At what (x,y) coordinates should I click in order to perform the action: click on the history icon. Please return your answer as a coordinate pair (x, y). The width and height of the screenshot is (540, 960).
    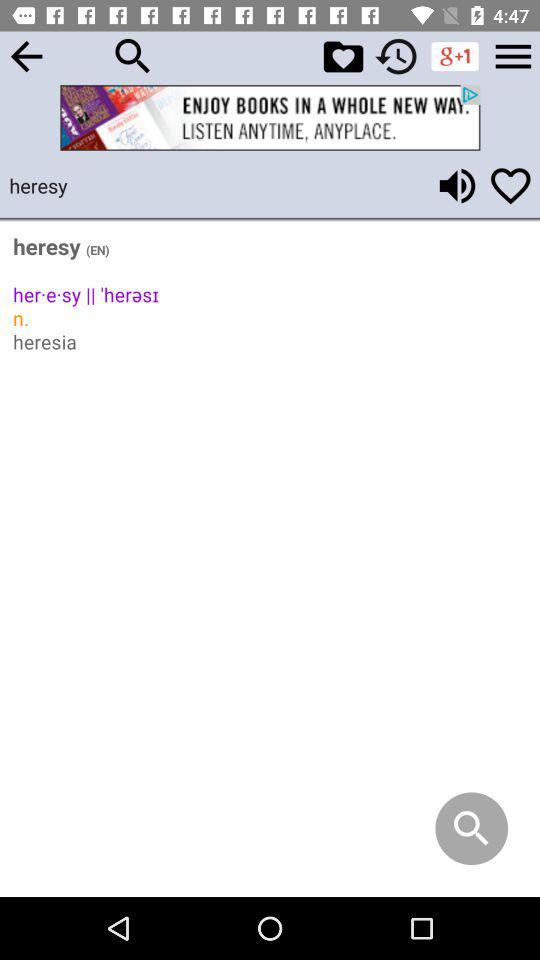
    Looking at the image, I should click on (396, 55).